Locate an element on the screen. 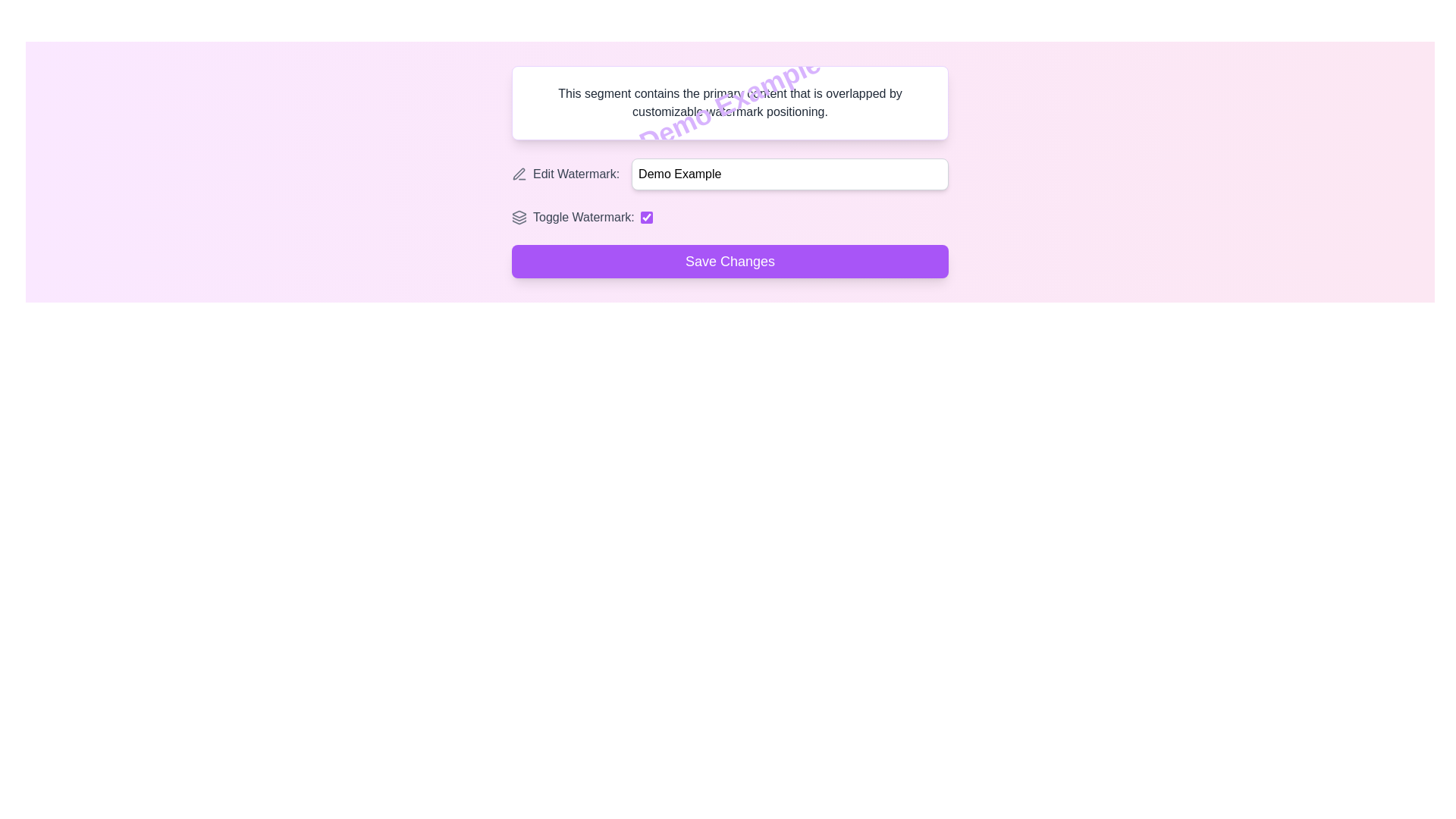  the checkbox used to toggle the watermark feature for keyboard navigation is located at coordinates (646, 217).